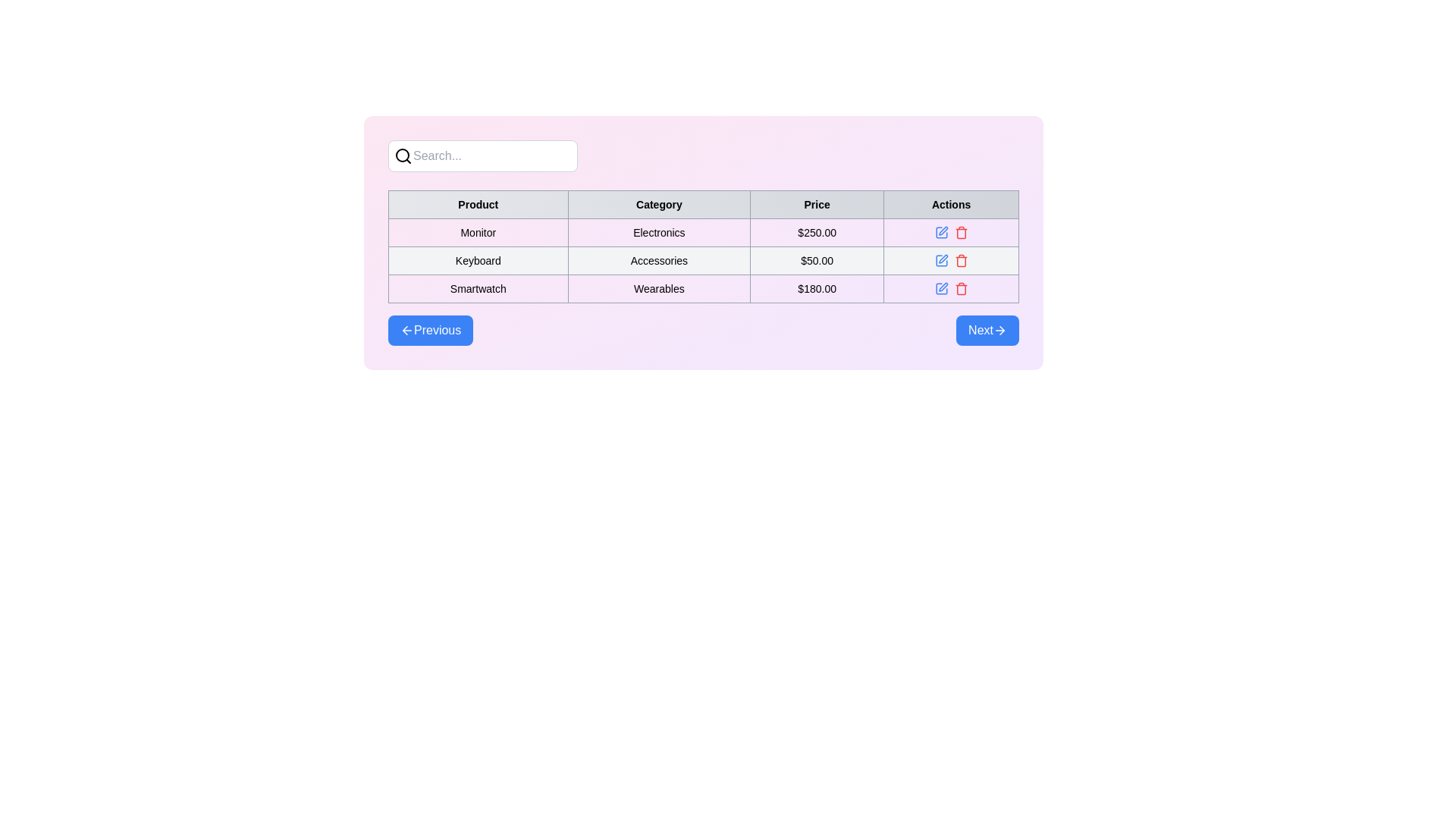 Image resolution: width=1456 pixels, height=819 pixels. Describe the element at coordinates (816, 259) in the screenshot. I see `value displayed in the cell under the 'Price' header, which shows '$50.00' in black font within a bordered, centered cell` at that location.